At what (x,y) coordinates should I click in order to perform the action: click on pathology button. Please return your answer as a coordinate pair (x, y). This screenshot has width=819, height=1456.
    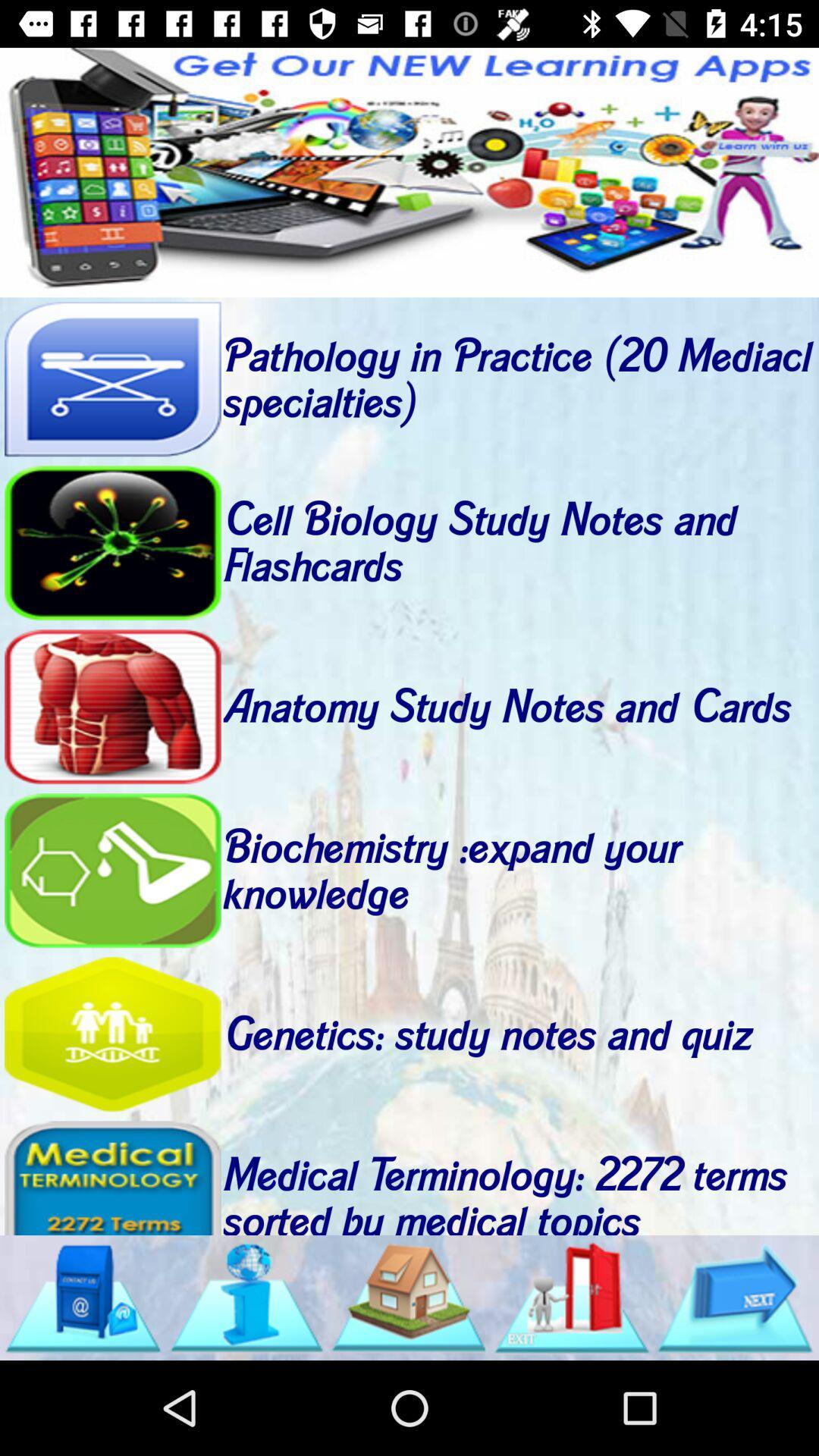
    Looking at the image, I should click on (111, 379).